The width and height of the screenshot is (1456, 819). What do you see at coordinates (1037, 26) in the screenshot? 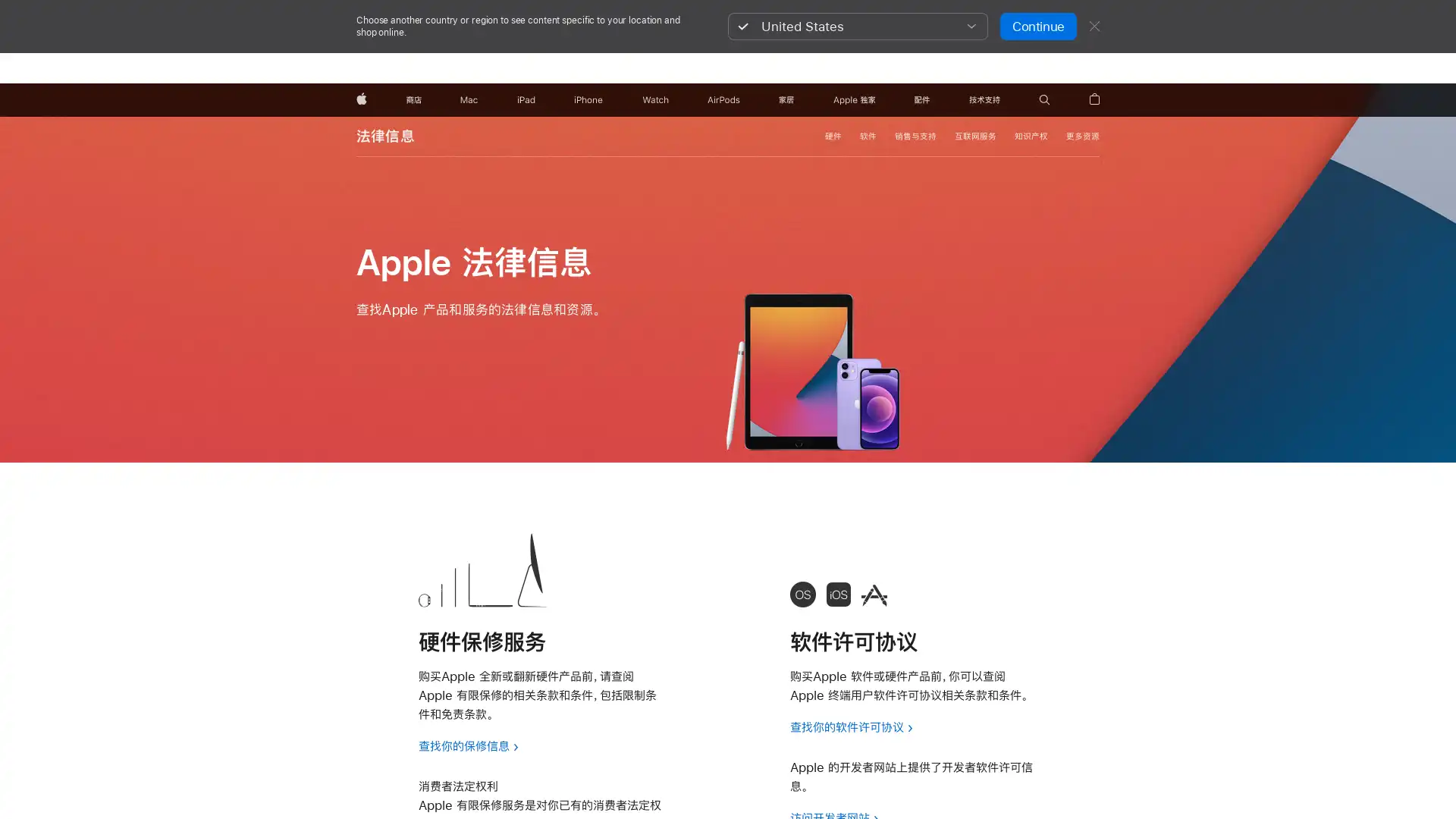
I see `Continue` at bounding box center [1037, 26].